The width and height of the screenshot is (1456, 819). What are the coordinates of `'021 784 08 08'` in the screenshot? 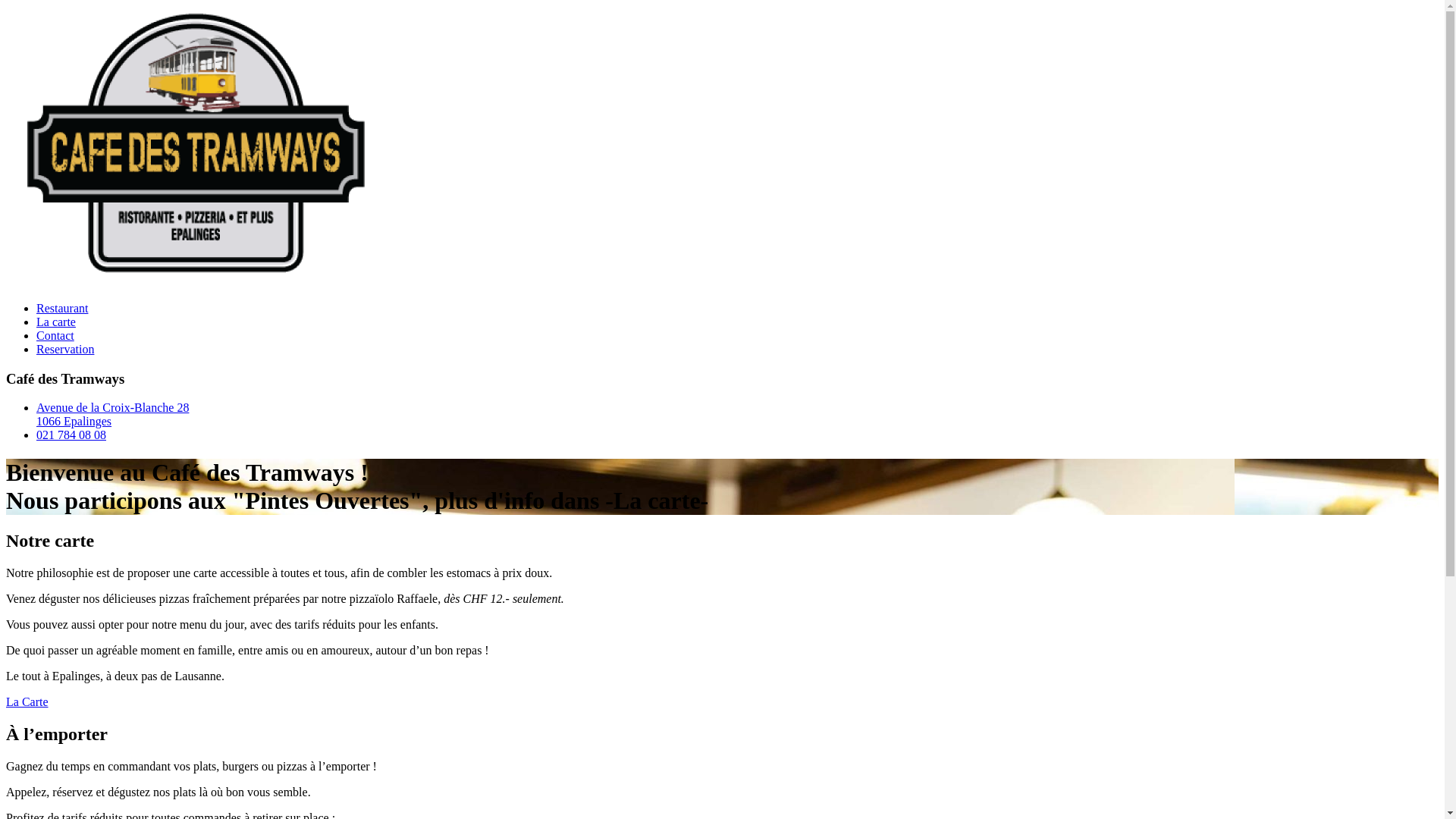 It's located at (71, 435).